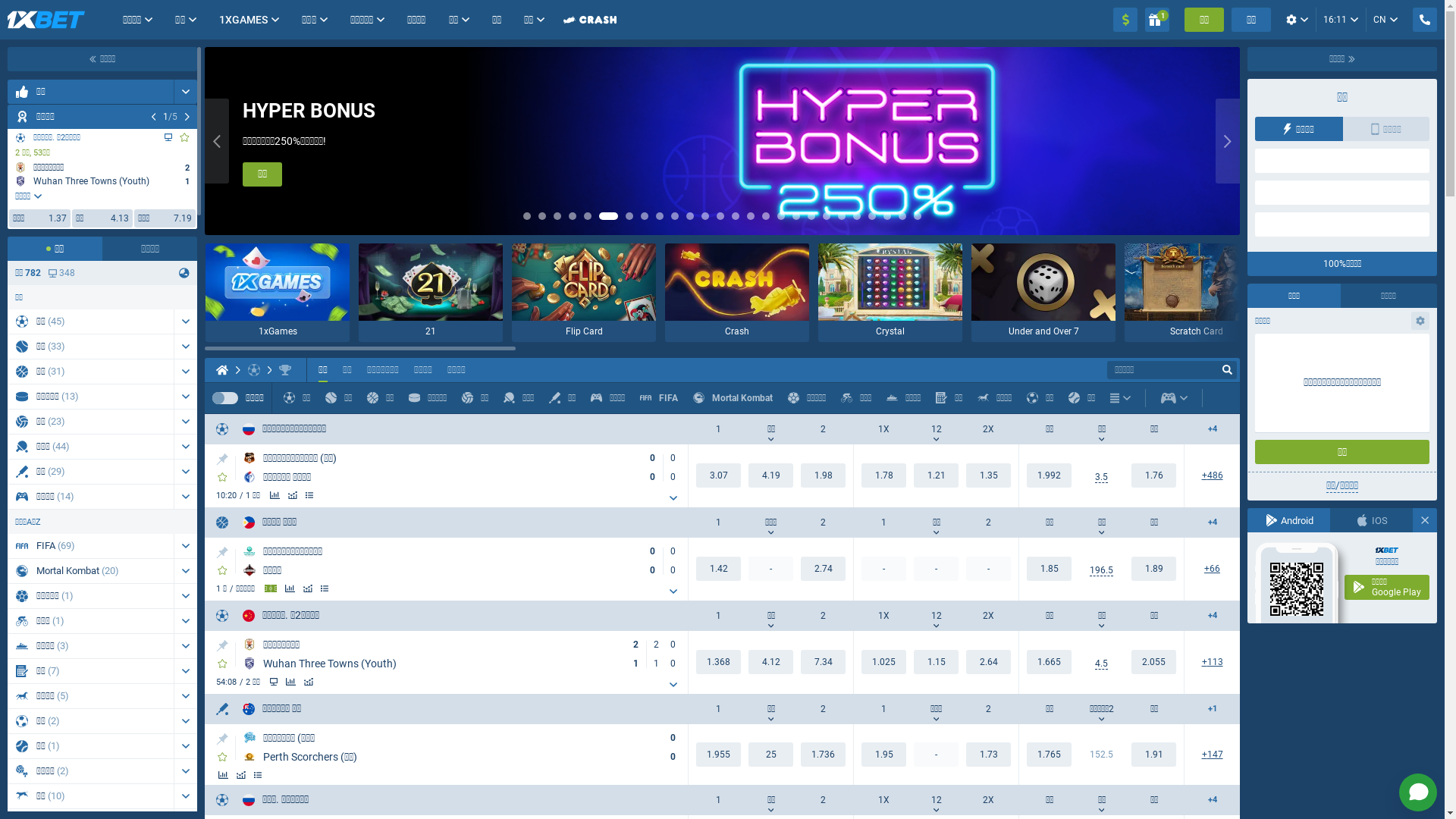  What do you see at coordinates (243, 20) in the screenshot?
I see `'1XGAMES'` at bounding box center [243, 20].